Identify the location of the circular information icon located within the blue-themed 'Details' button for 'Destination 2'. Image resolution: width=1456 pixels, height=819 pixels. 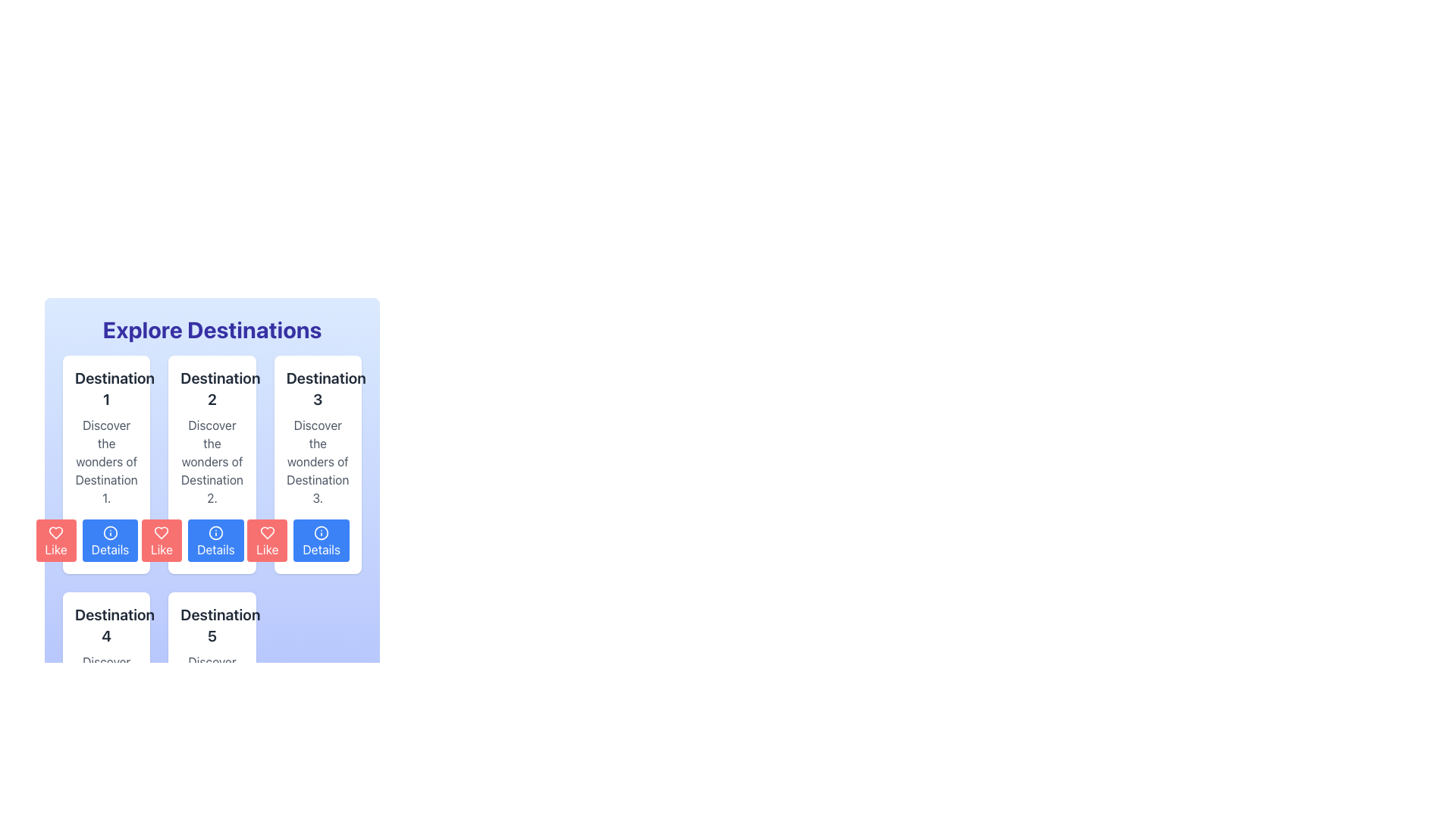
(109, 532).